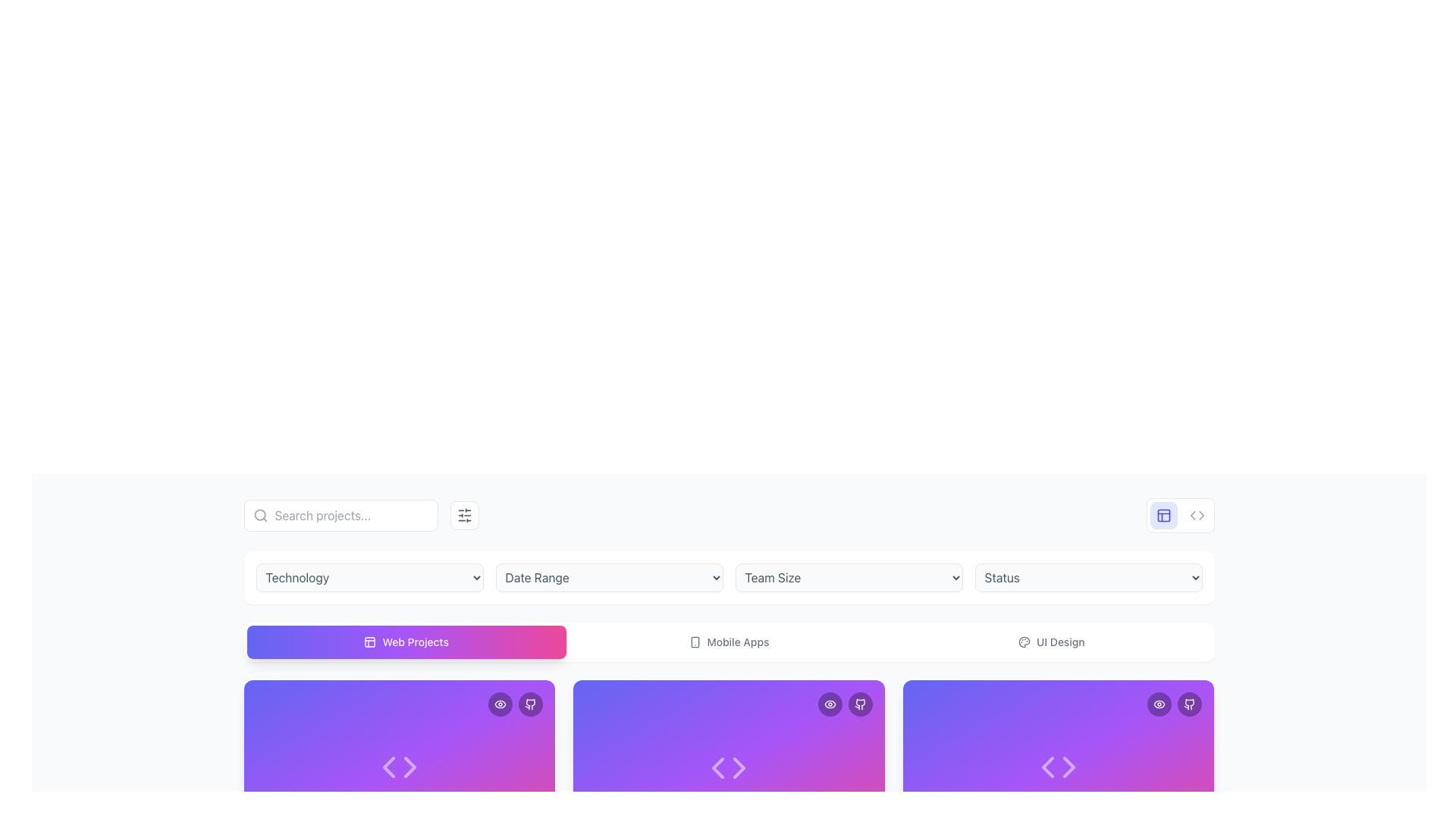  I want to click on the icon button located at the top-right corner of the card in the second row, so click(500, 704).